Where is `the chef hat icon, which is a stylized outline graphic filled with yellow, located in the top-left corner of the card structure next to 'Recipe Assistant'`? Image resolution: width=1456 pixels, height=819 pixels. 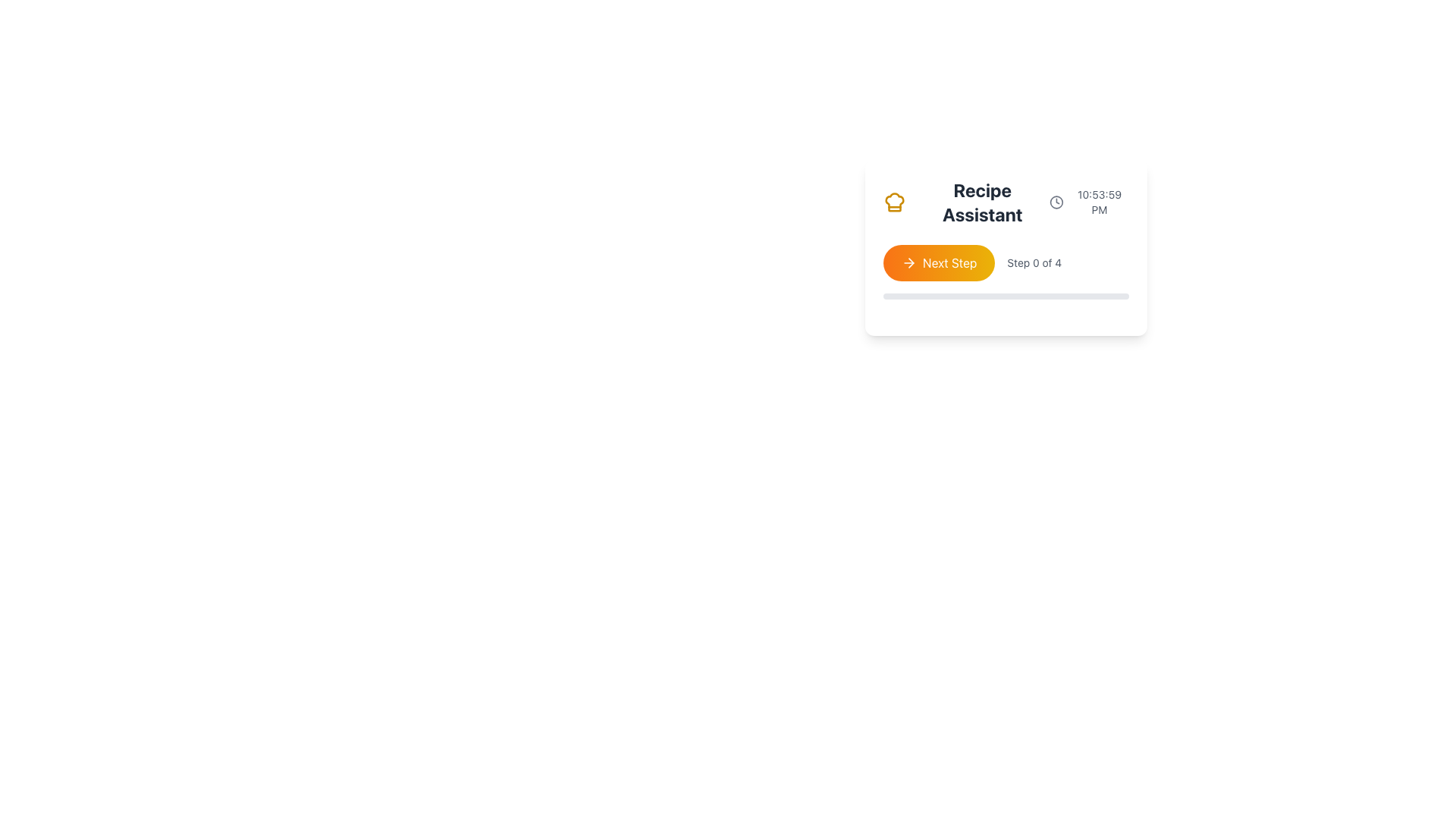 the chef hat icon, which is a stylized outline graphic filled with yellow, located in the top-left corner of the card structure next to 'Recipe Assistant' is located at coordinates (895, 201).